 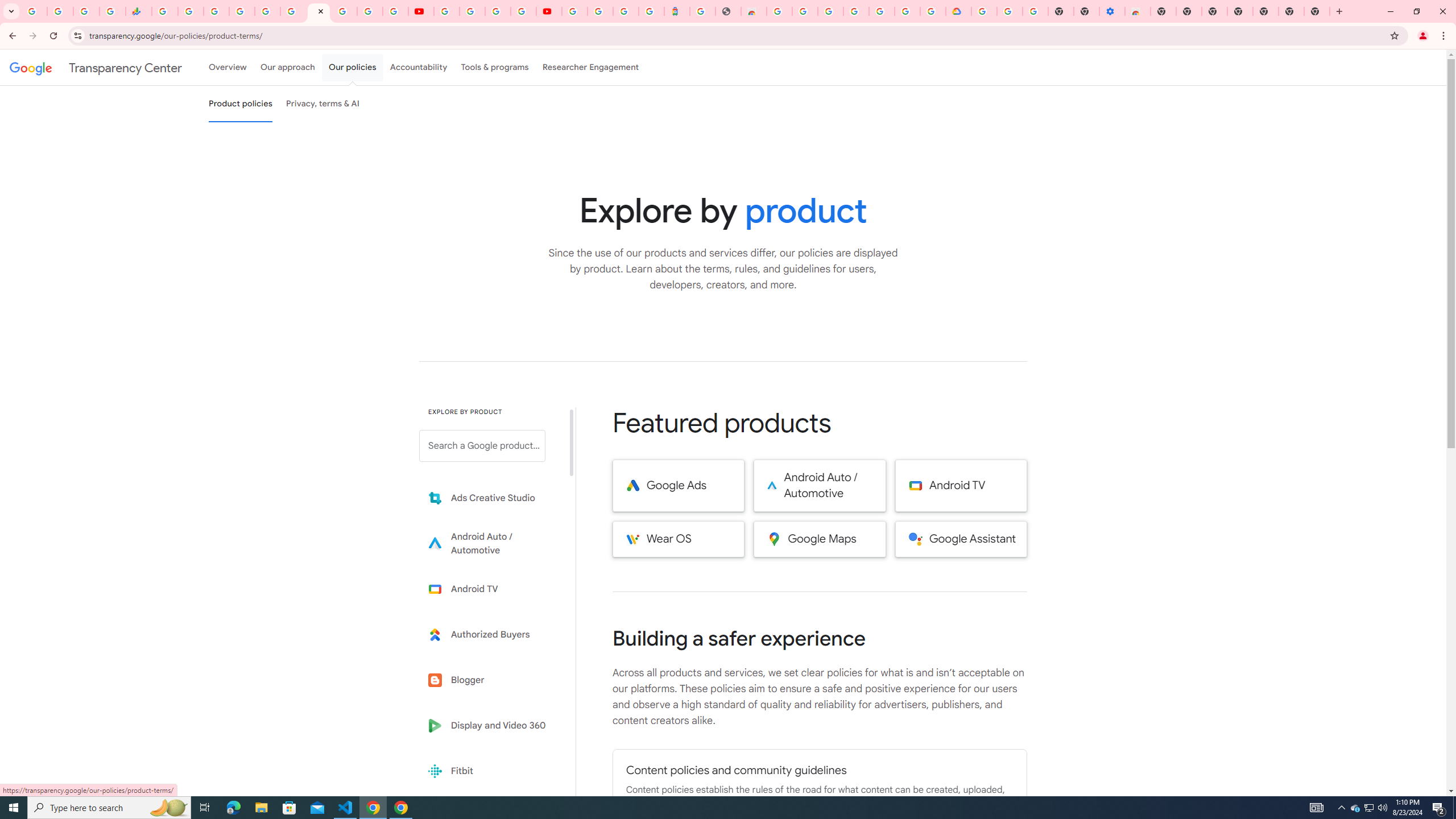 I want to click on 'YouTube', so click(x=446, y=11).